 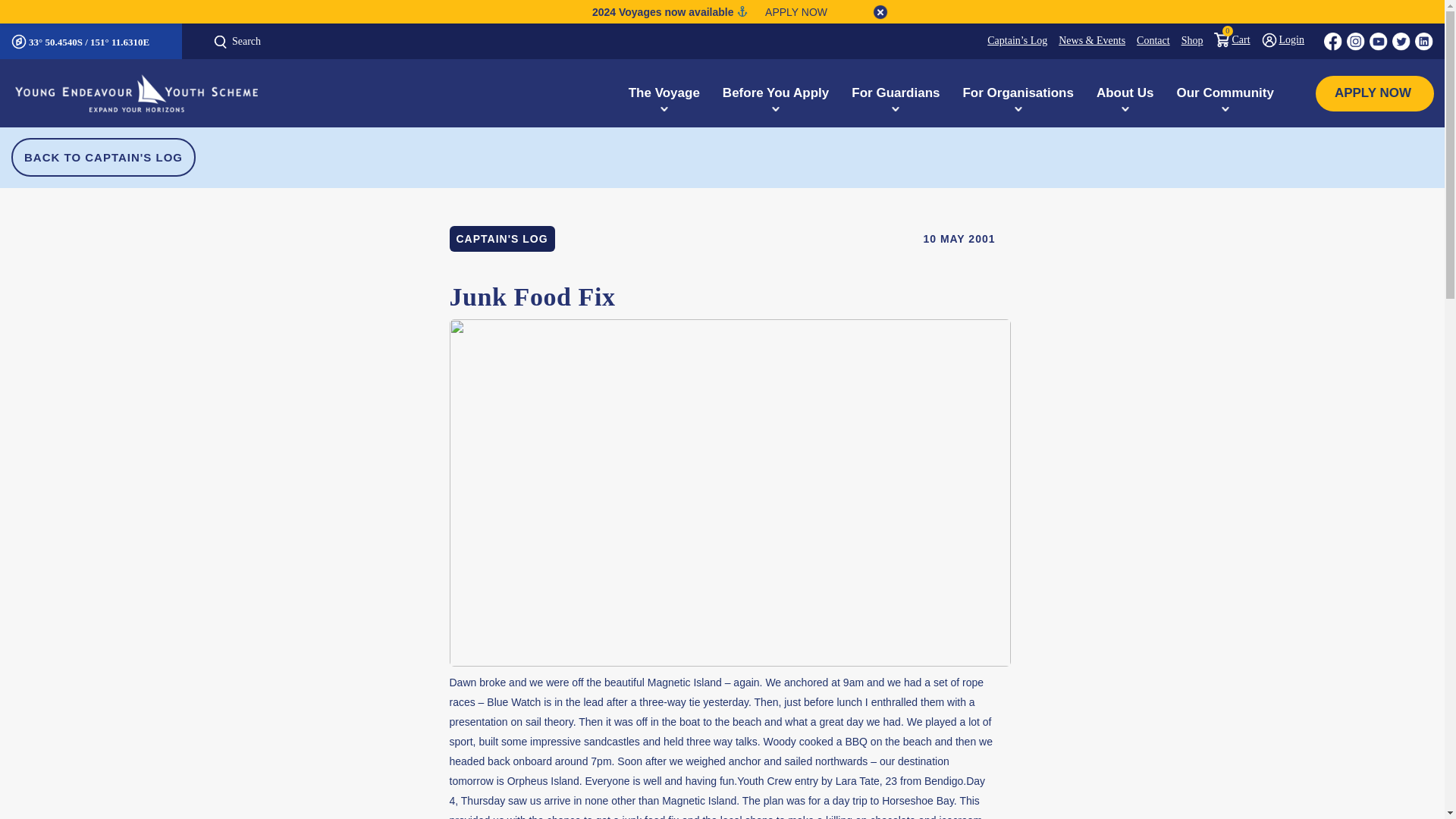 What do you see at coordinates (1085, 40) in the screenshot?
I see `'News & Events'` at bounding box center [1085, 40].